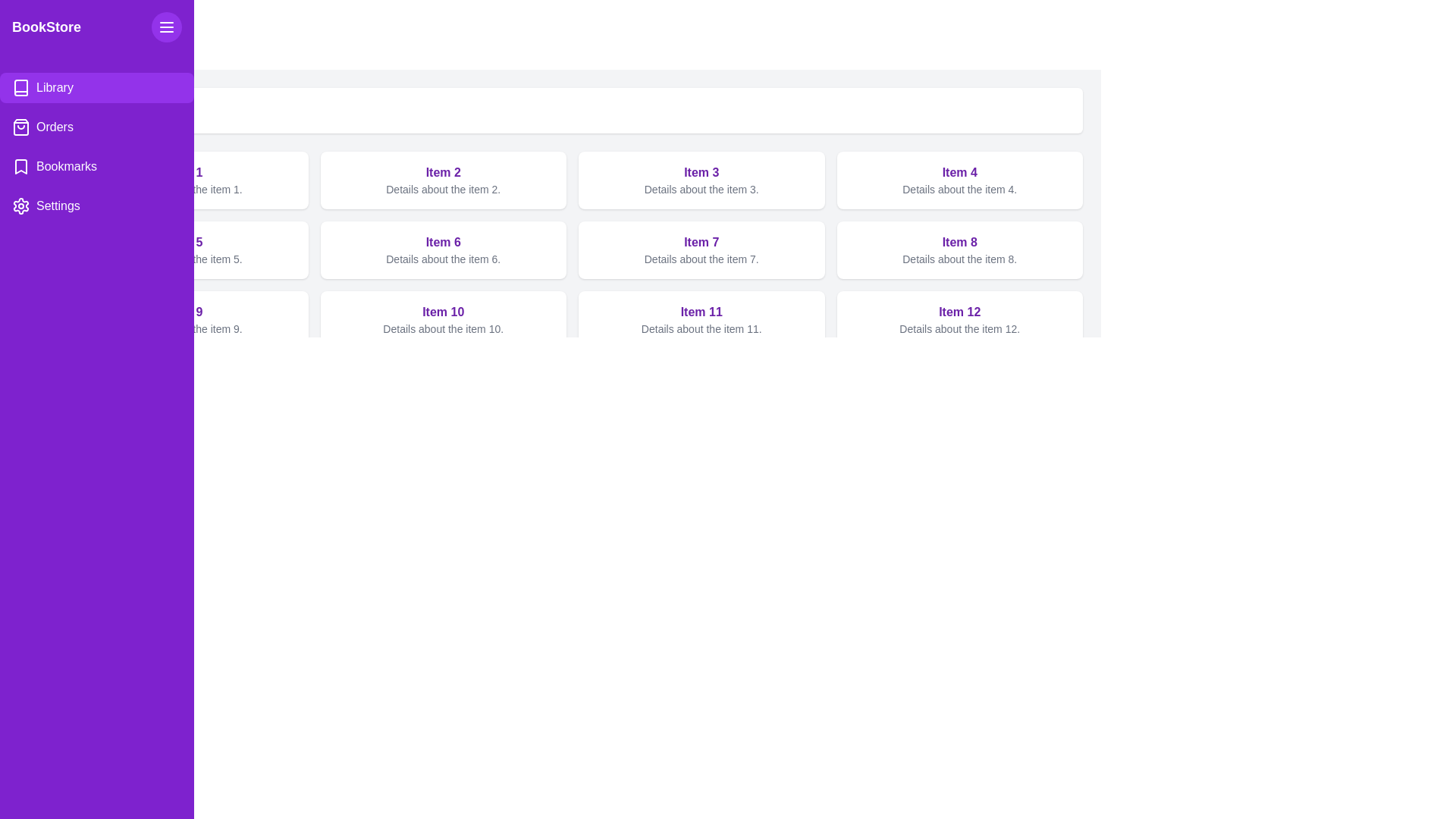 The image size is (1456, 819). I want to click on the circular purple menu button located at the top-left corner of the application interface, so click(167, 27).